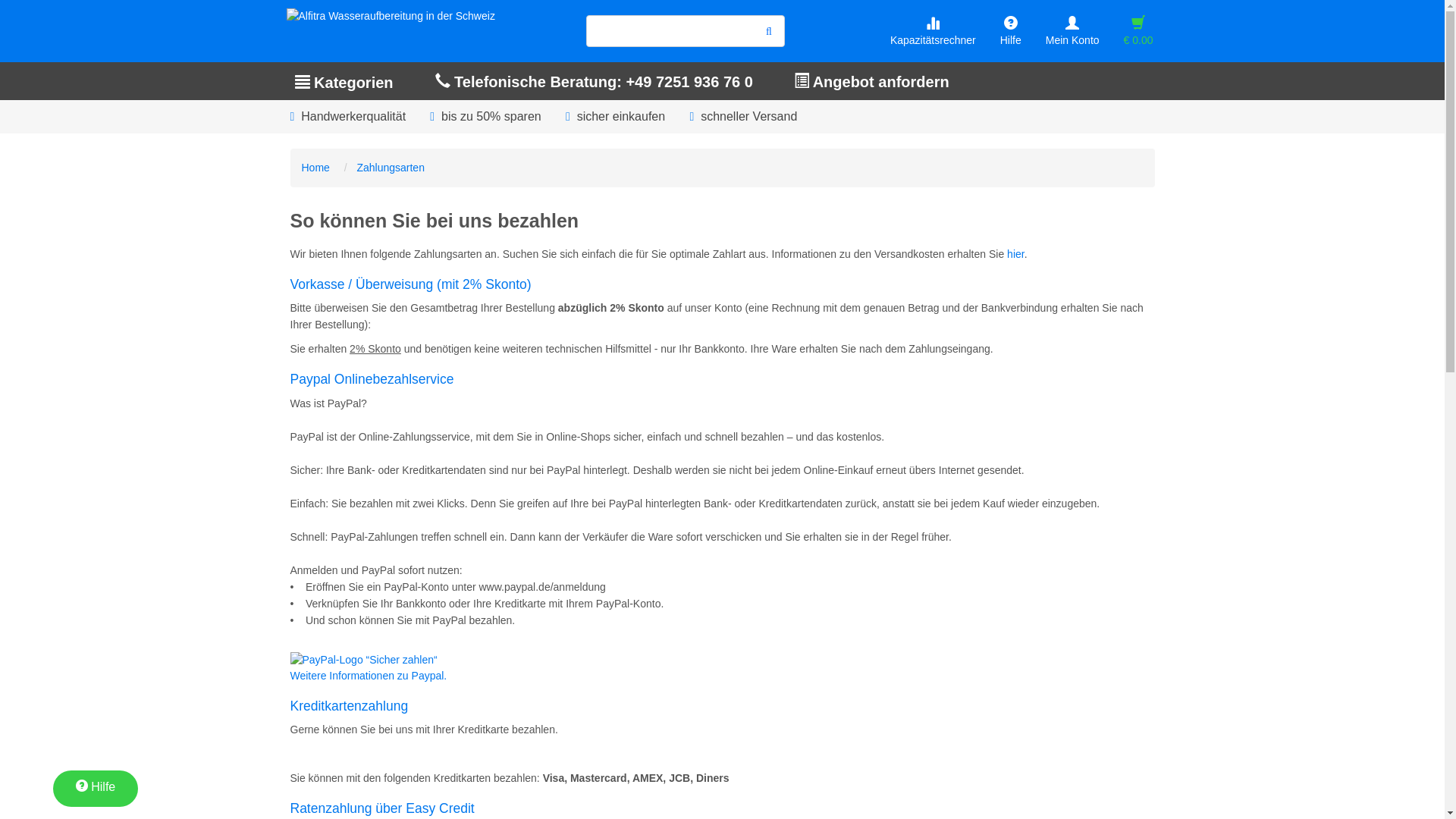 The height and width of the screenshot is (819, 1456). What do you see at coordinates (1072, 31) in the screenshot?
I see `'Mein Konto'` at bounding box center [1072, 31].